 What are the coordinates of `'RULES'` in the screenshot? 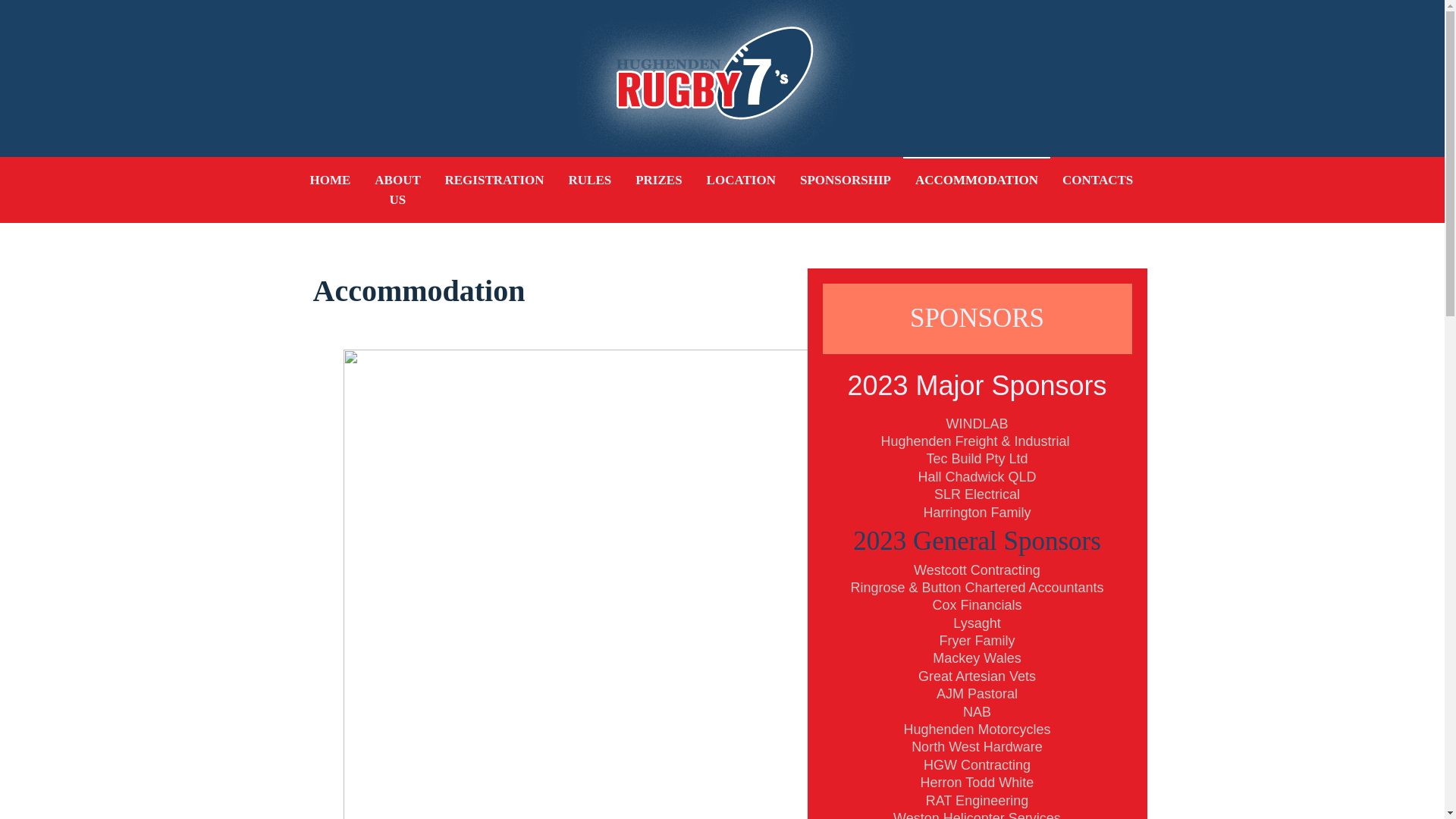 It's located at (589, 180).